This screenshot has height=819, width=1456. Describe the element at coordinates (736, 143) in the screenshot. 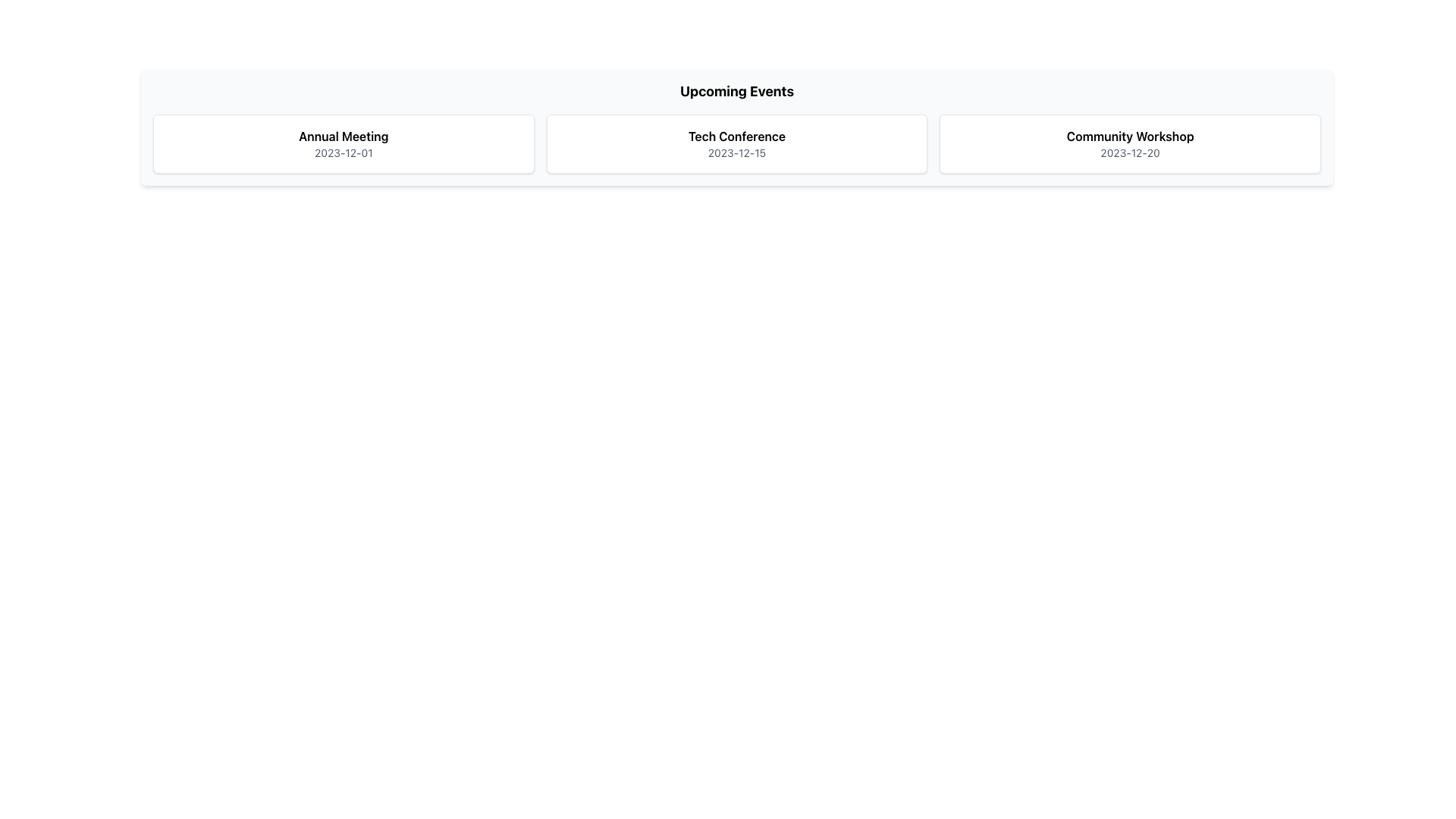

I see `the 'Tech Conference' card, which displays the event title and date, located in the middle of the three event cards under the 'Upcoming Events' heading` at that location.